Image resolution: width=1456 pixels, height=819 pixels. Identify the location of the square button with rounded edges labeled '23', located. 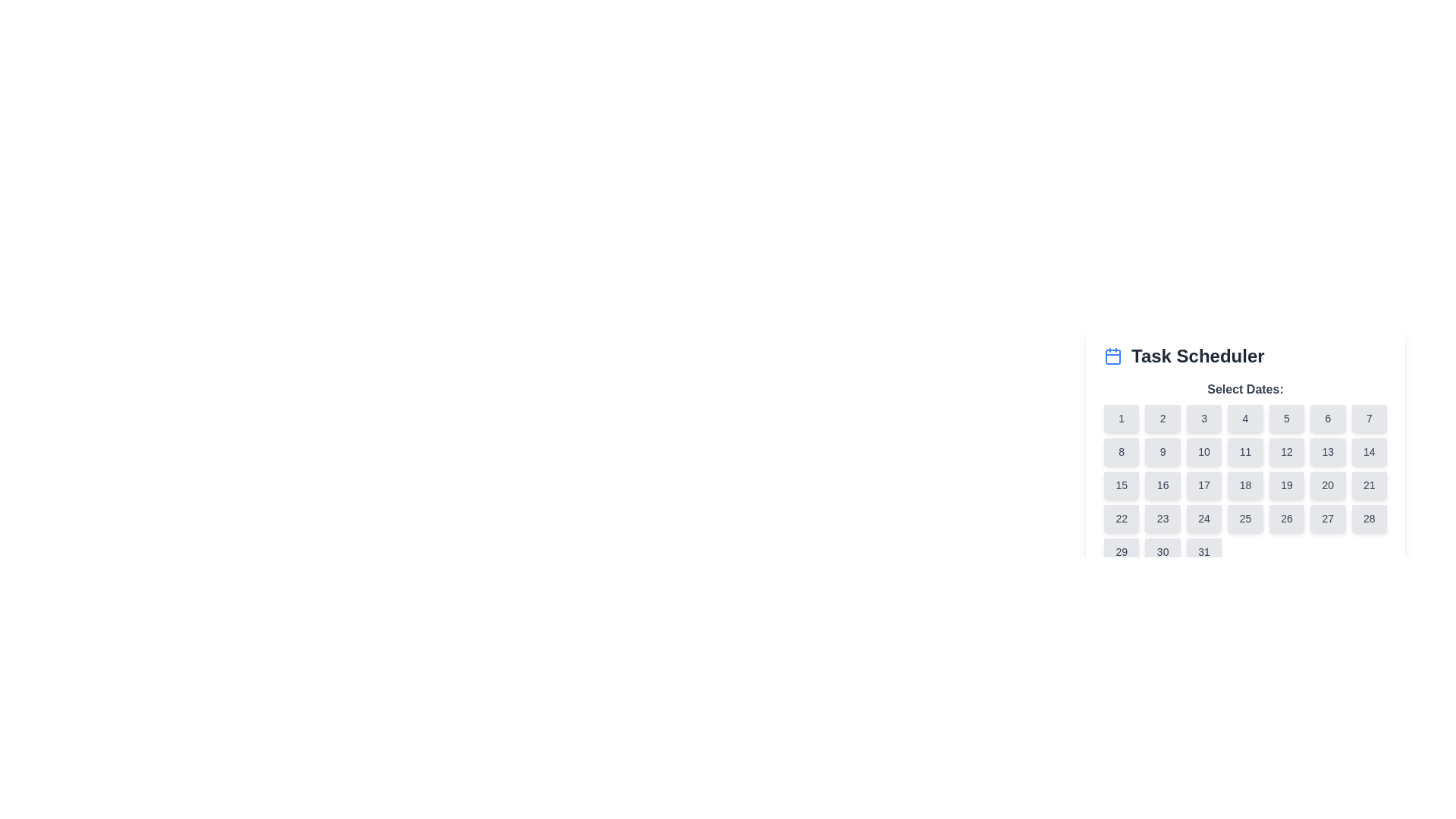
(1162, 517).